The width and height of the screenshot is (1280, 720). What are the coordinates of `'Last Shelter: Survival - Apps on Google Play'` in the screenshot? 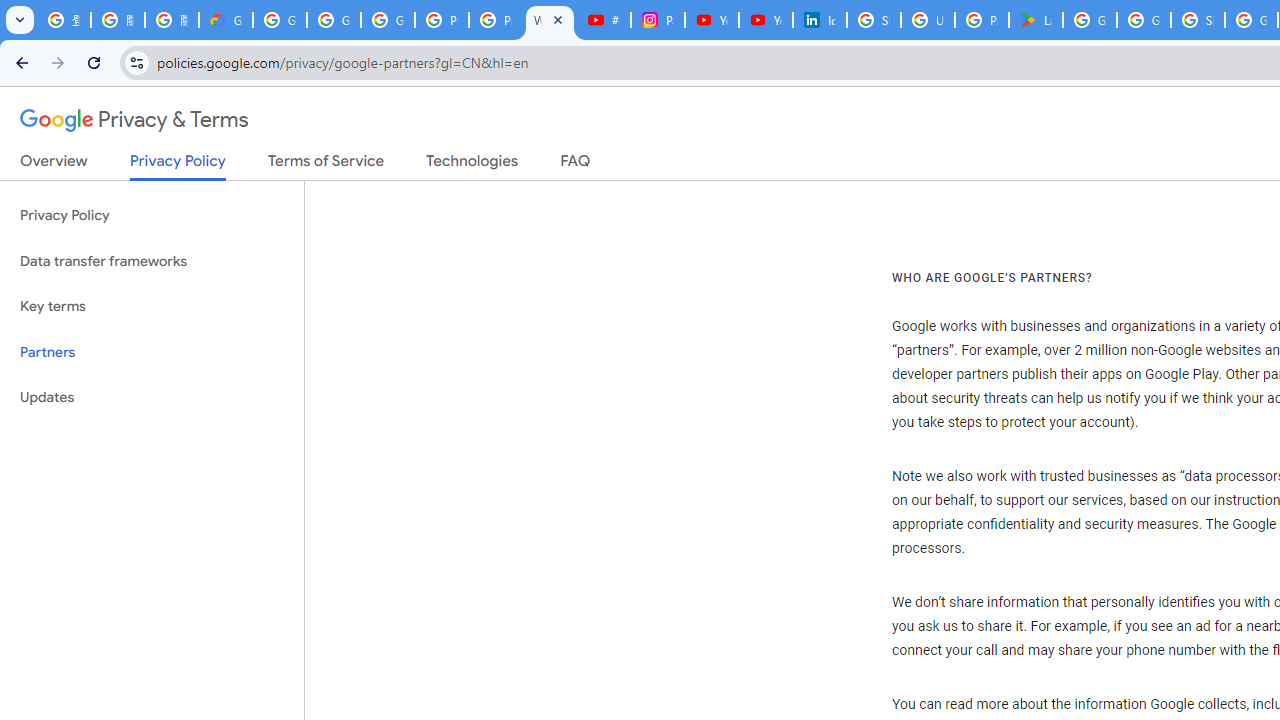 It's located at (1036, 20).